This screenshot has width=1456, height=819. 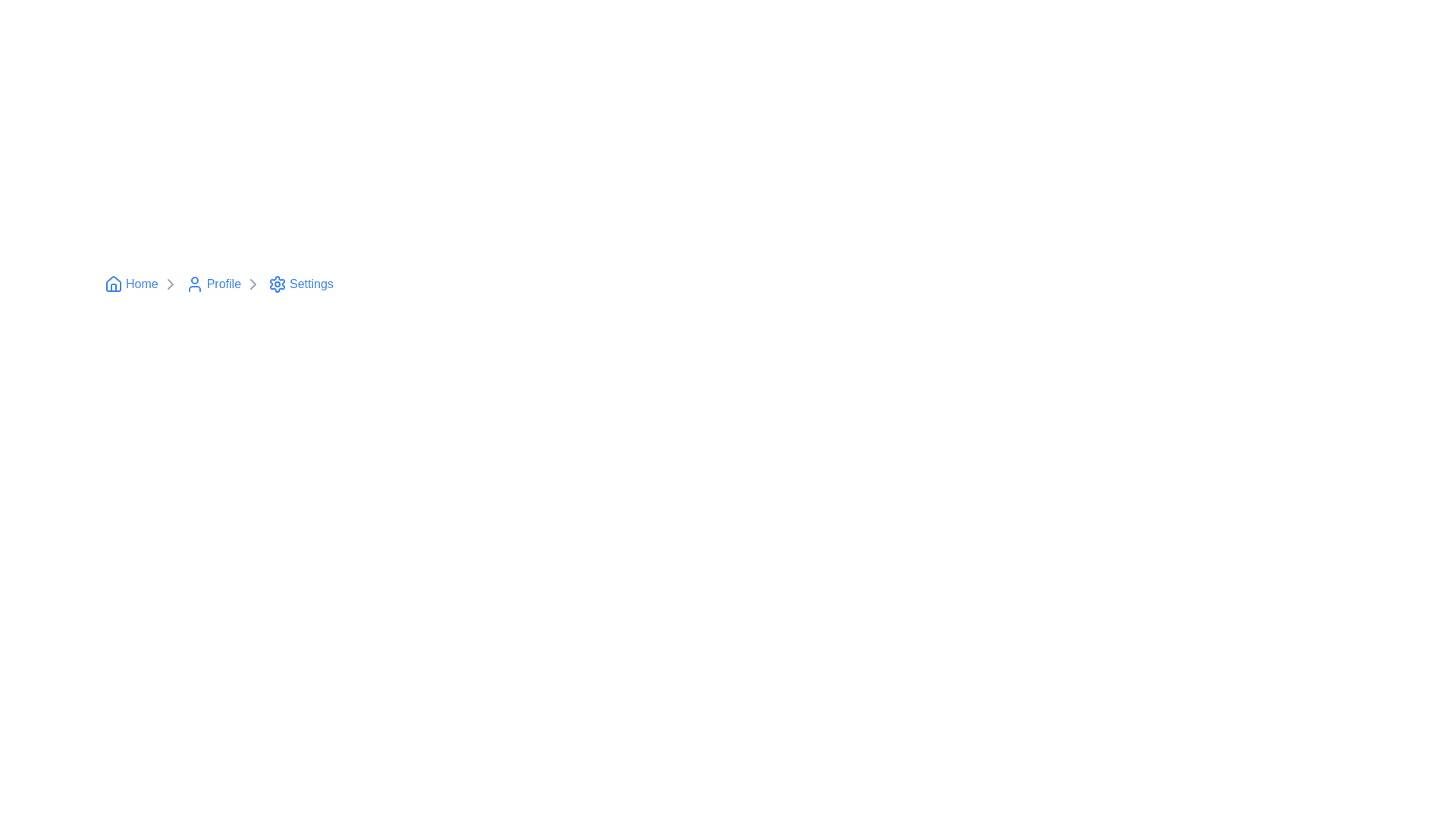 What do you see at coordinates (142, 284) in the screenshot?
I see `the 'Home' text label, which is displayed in blue and located near a house icon in the upper-left corner of the interface` at bounding box center [142, 284].